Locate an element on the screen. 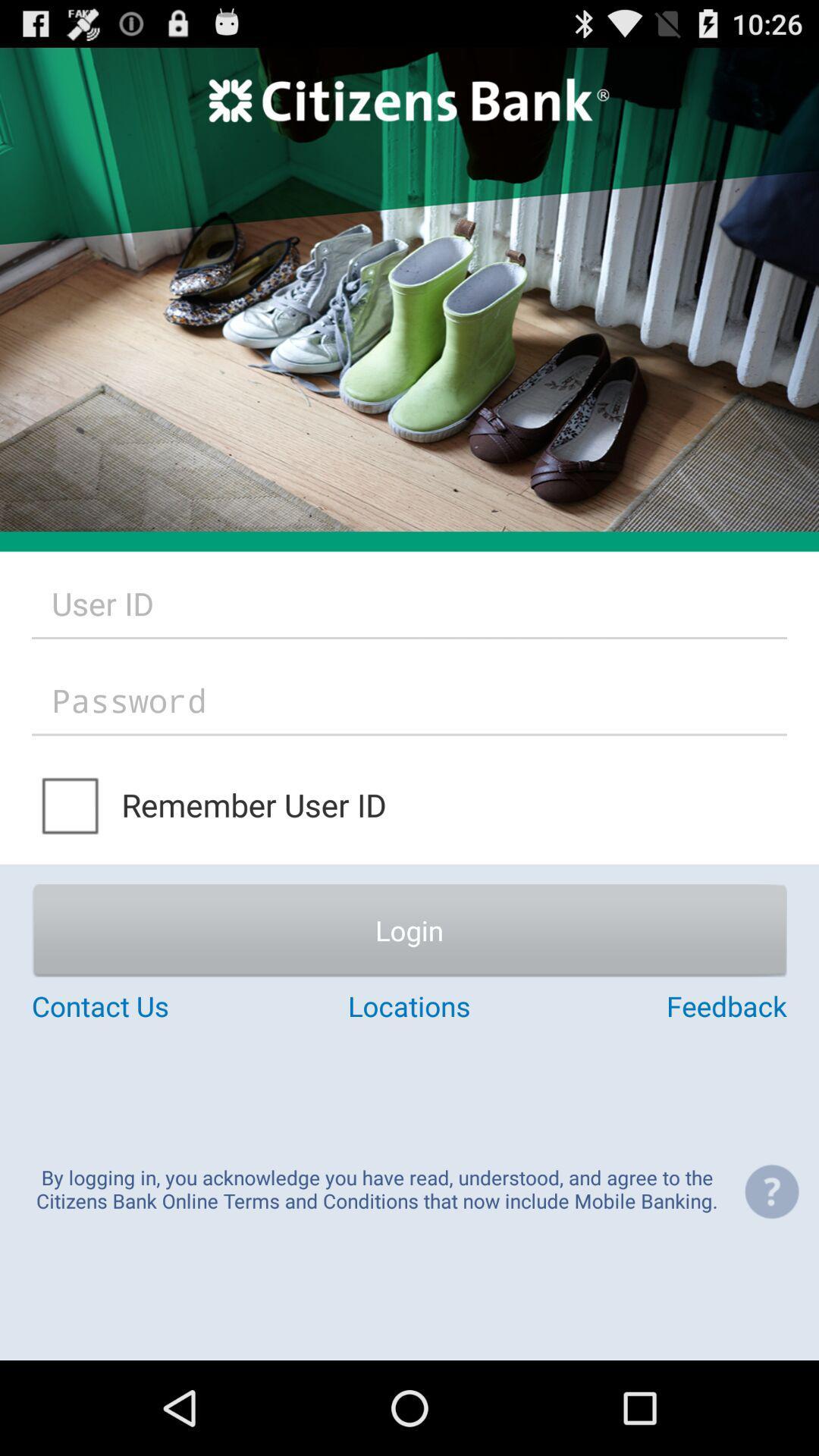  the contact us item is located at coordinates (157, 1006).